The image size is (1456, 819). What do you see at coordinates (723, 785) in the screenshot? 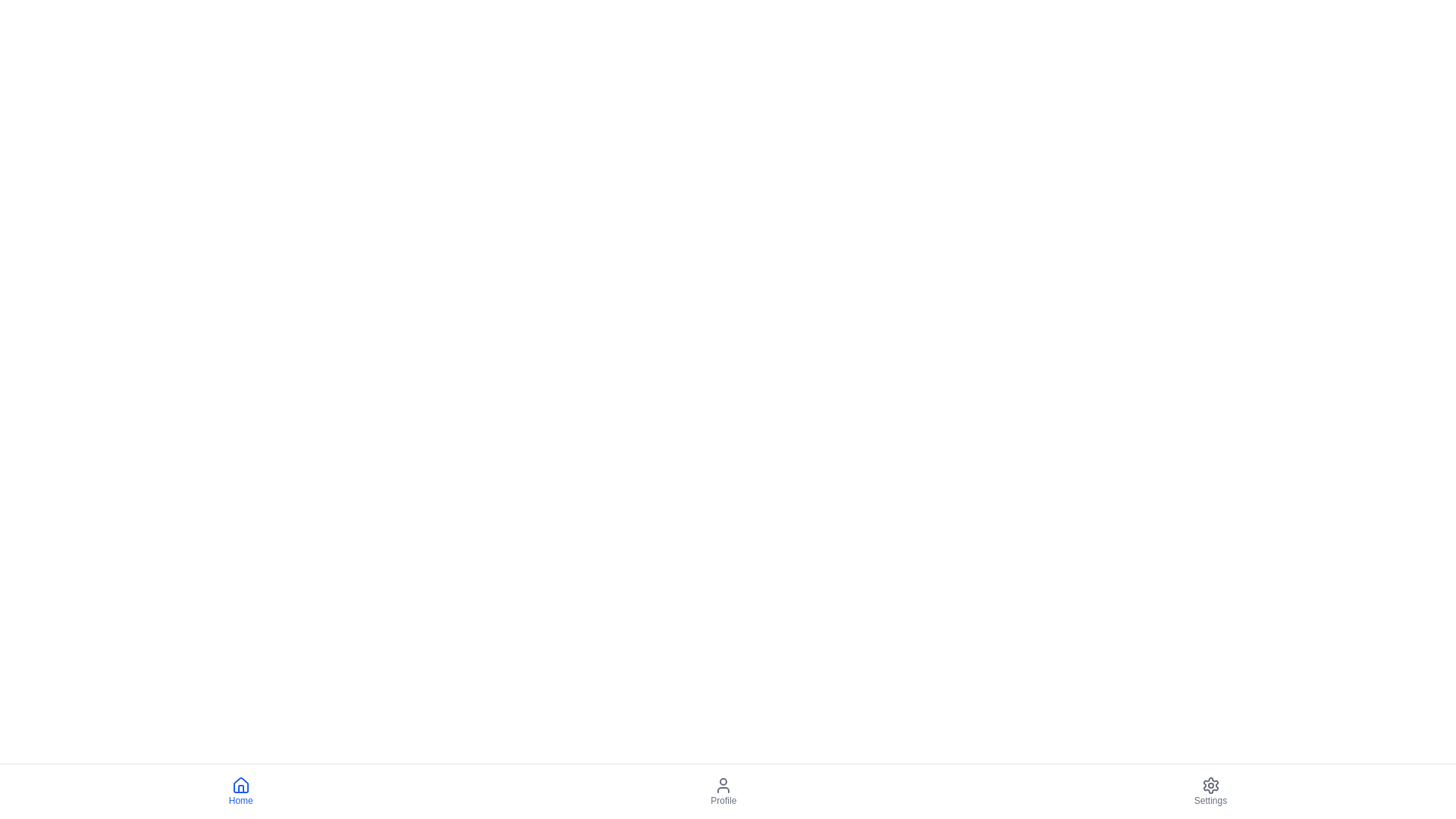
I see `the user profile icon located at the top of the 'Profile' section in the bottom navigation bar` at bounding box center [723, 785].